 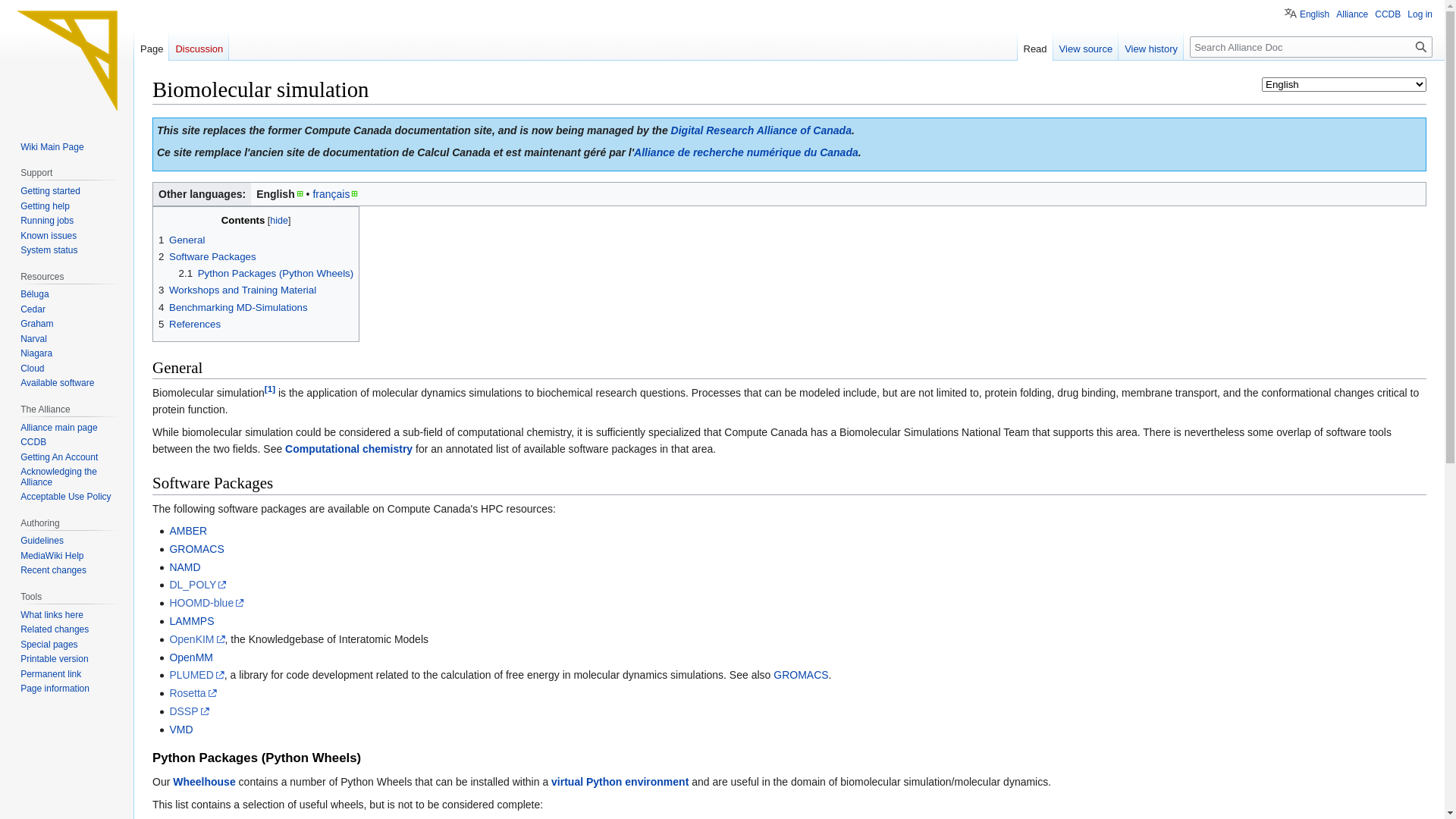 What do you see at coordinates (49, 249) in the screenshot?
I see `'System status'` at bounding box center [49, 249].